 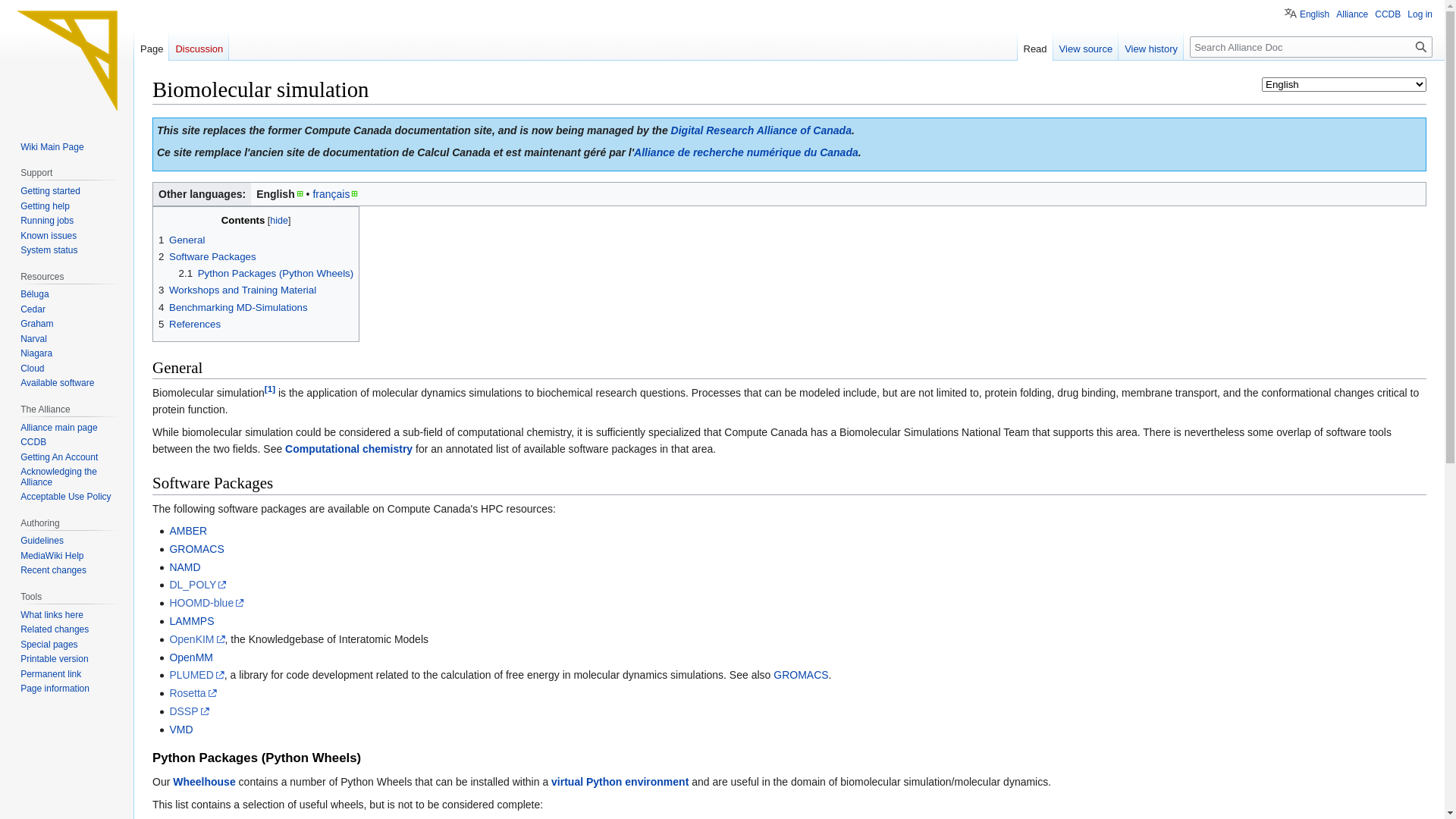 What do you see at coordinates (49, 249) in the screenshot?
I see `'System status'` at bounding box center [49, 249].